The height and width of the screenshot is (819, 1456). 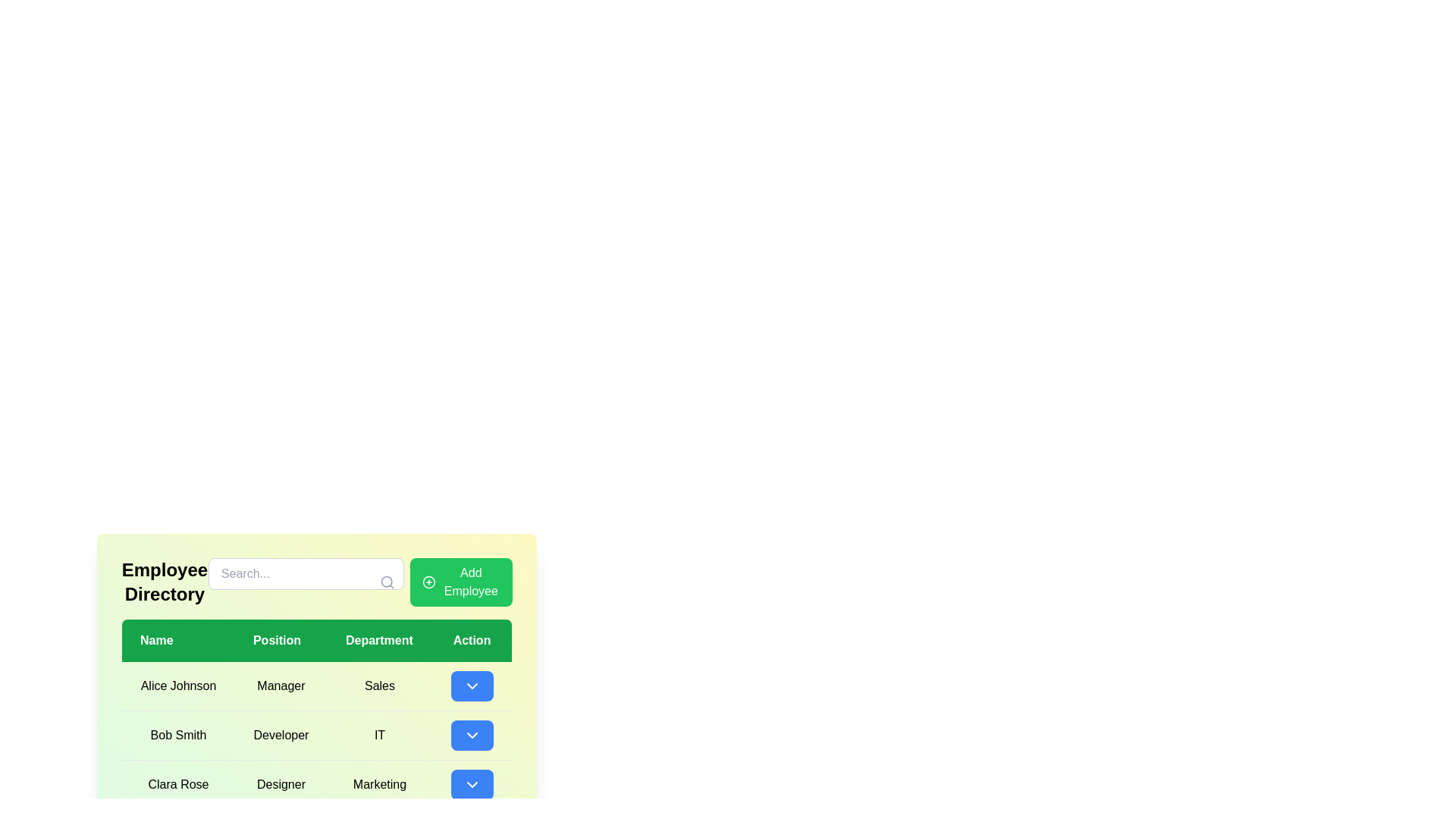 I want to click on the 'Department' Table Header Cell, which is the third cell in the header row of the table, positioned between 'Position' and 'Action', so click(x=379, y=640).